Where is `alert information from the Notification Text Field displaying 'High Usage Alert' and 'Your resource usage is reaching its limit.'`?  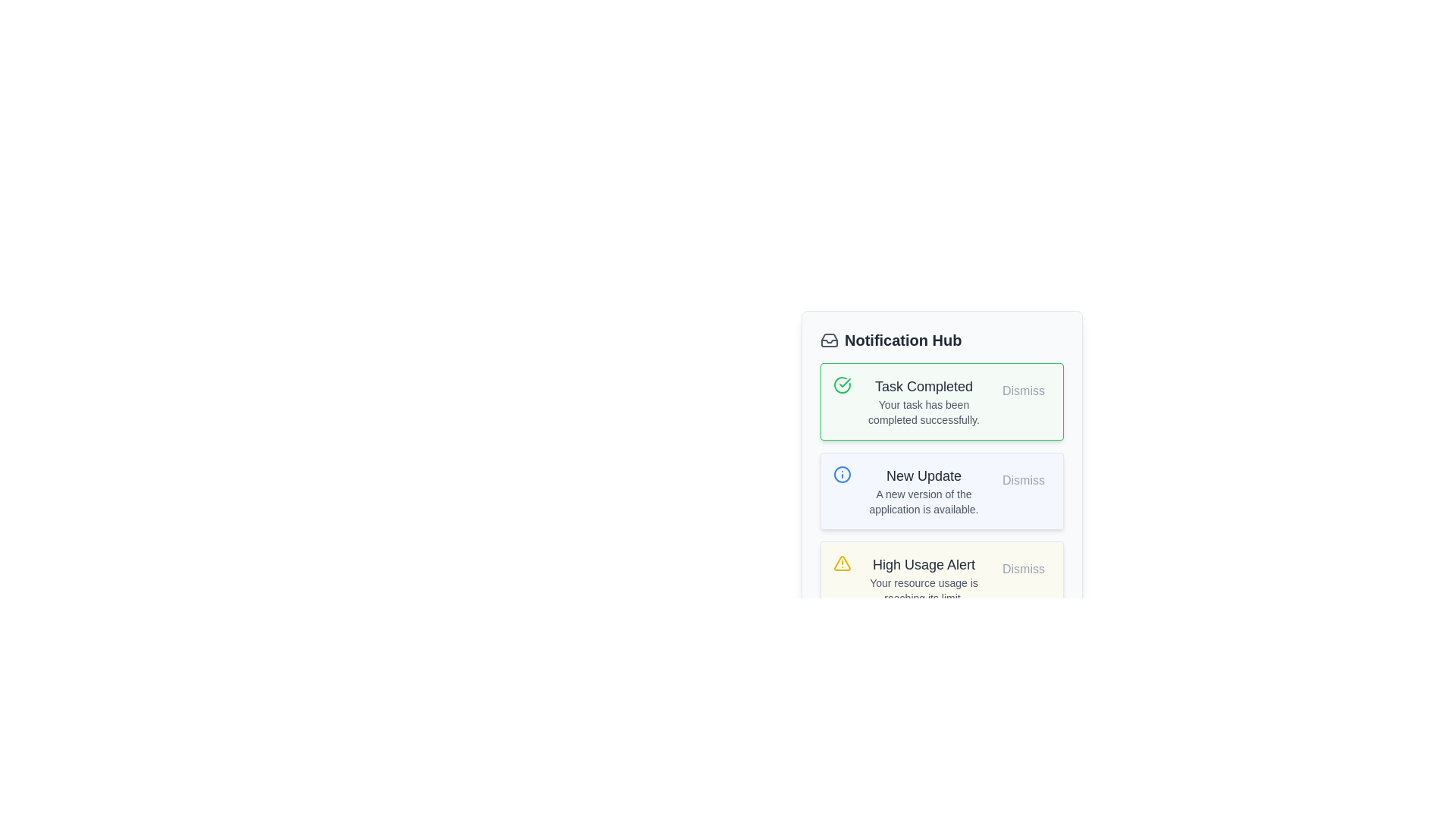 alert information from the Notification Text Field displaying 'High Usage Alert' and 'Your resource usage is reaching its limit.' is located at coordinates (923, 579).